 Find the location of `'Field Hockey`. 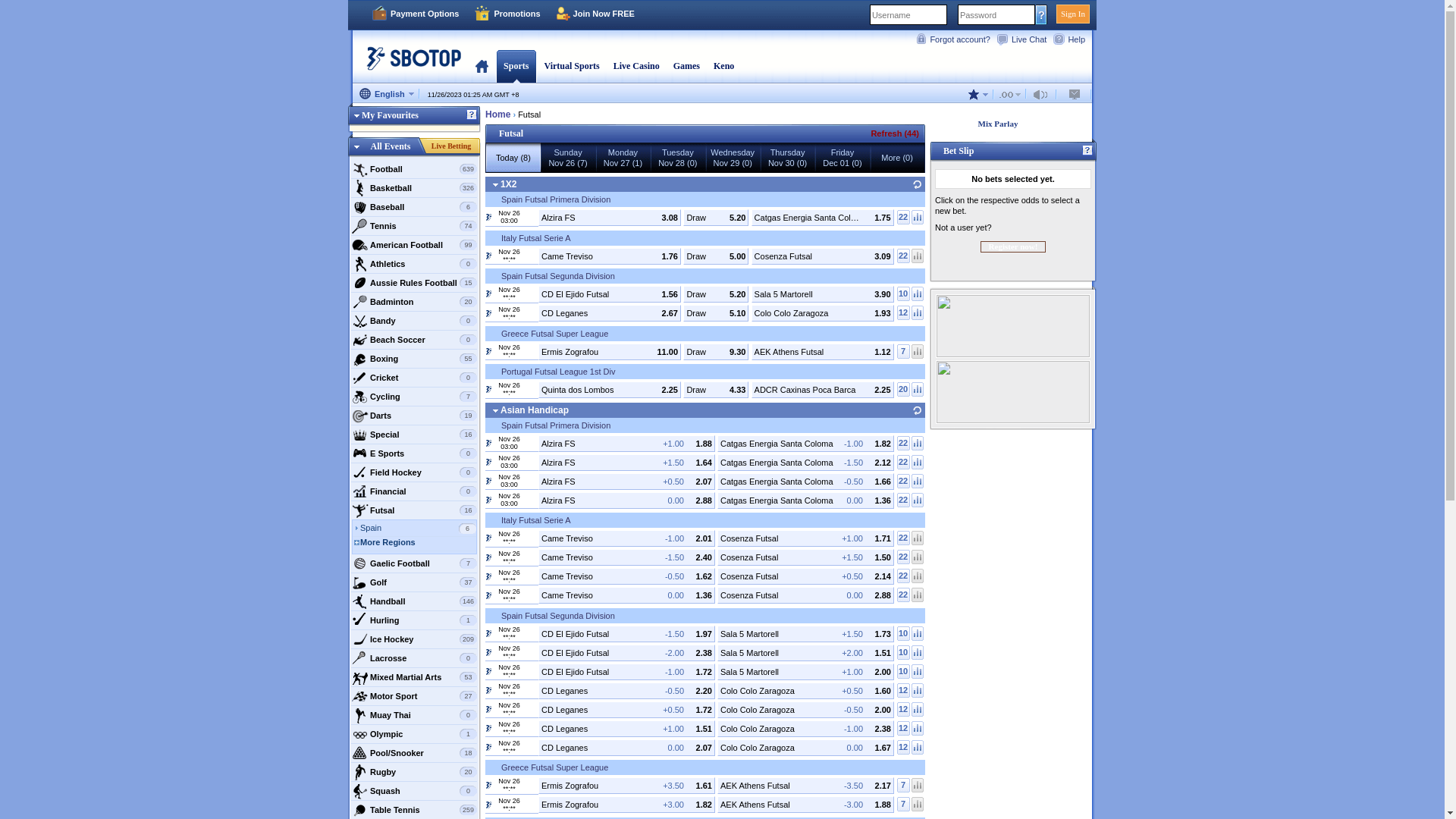

'Field Hockey is located at coordinates (414, 472).